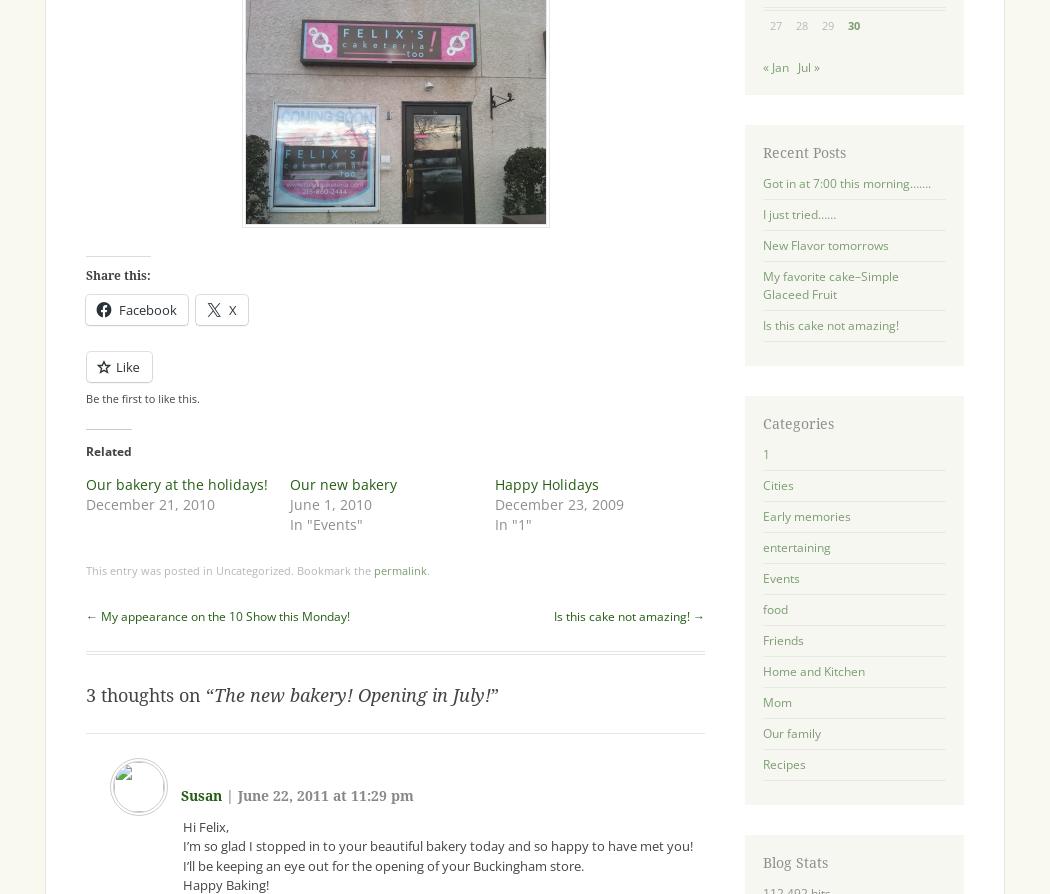 The width and height of the screenshot is (1050, 894). I want to click on 'I’m so glad I stopped in to your beautiful bakery today and so happy to have met you!', so click(436, 844).